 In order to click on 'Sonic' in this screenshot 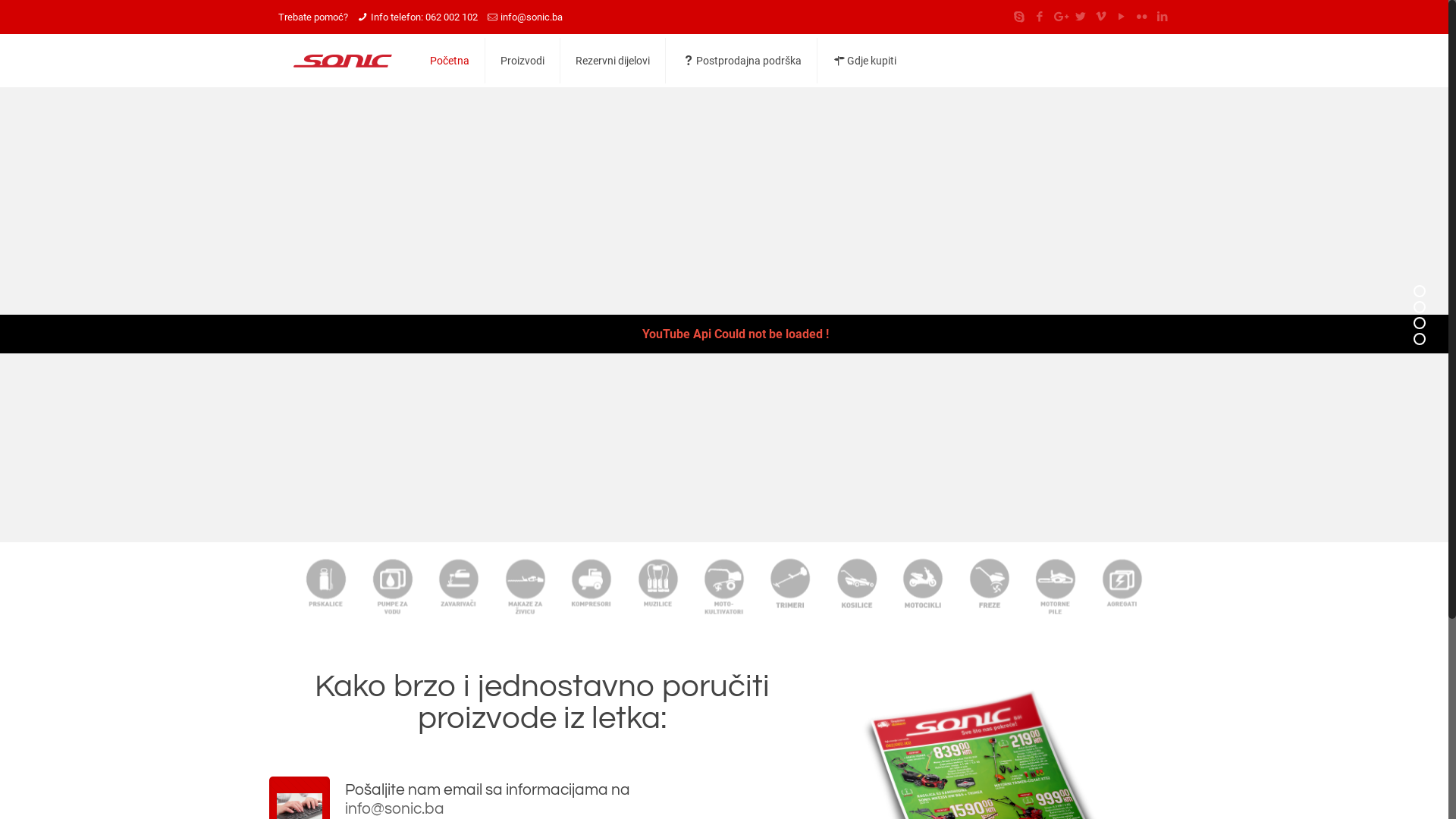, I will do `click(341, 60)`.